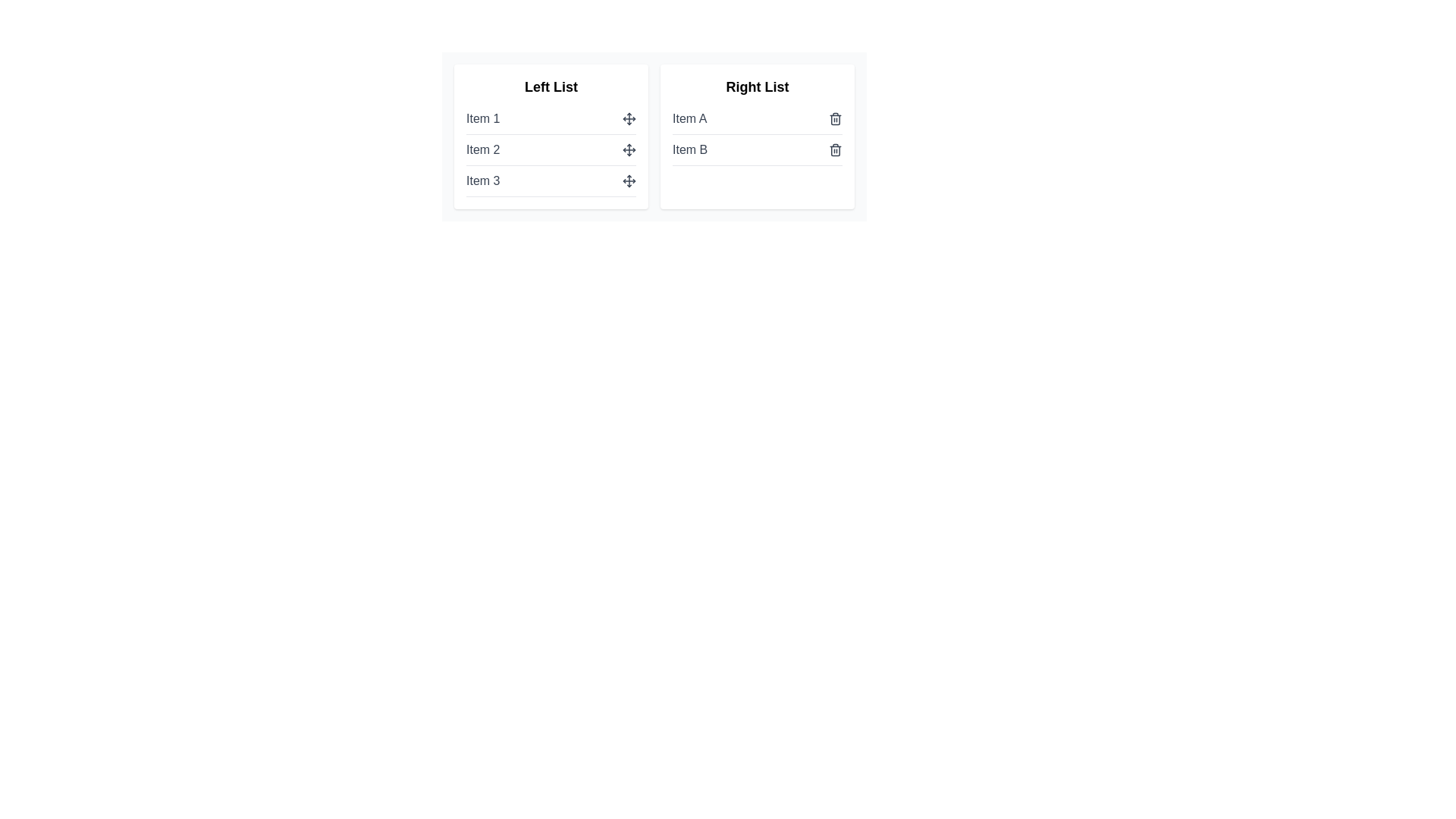  What do you see at coordinates (835, 118) in the screenshot?
I see `delete icon next to Item A in the Right List` at bounding box center [835, 118].